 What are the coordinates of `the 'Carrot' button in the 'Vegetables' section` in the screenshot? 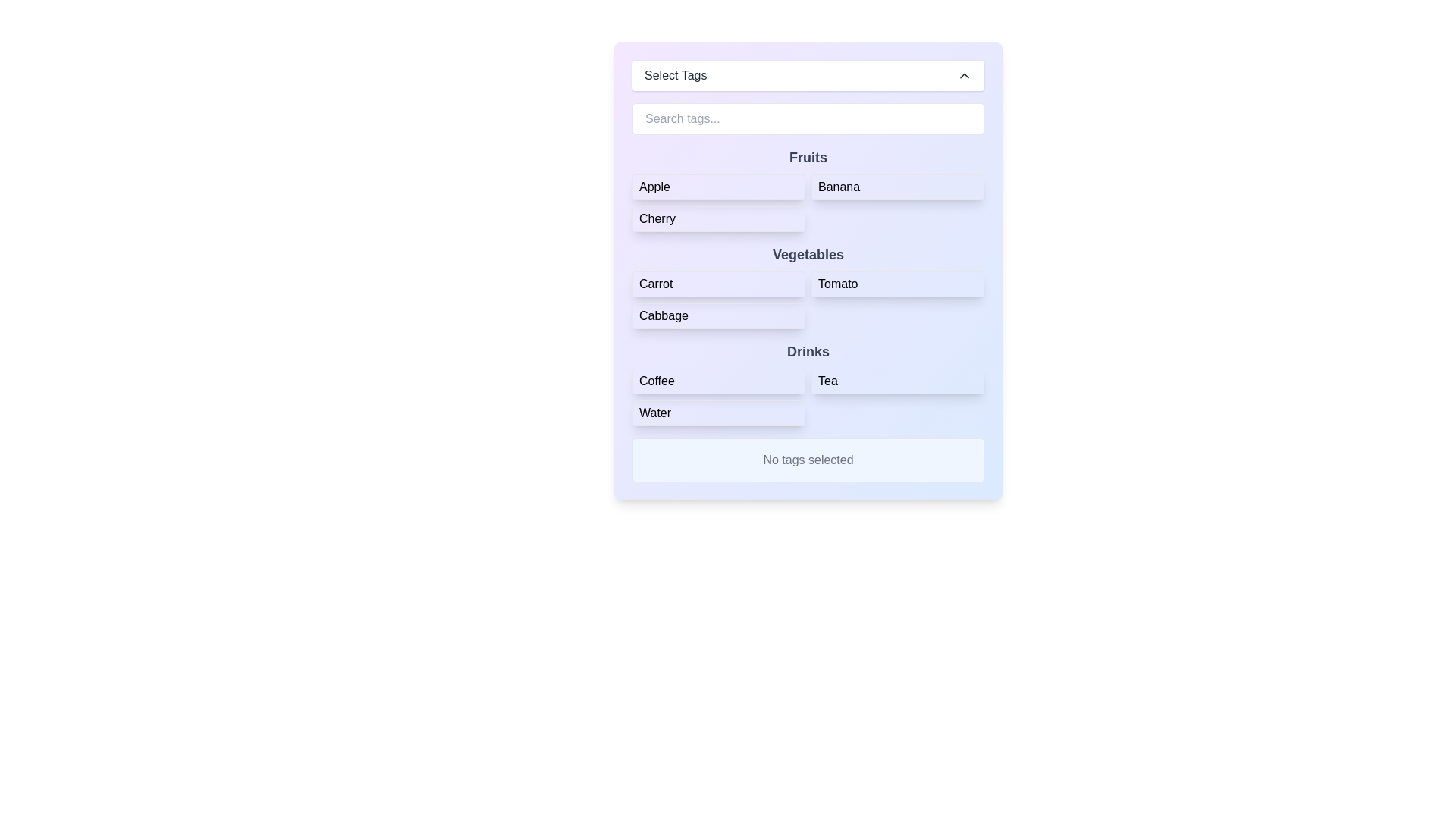 It's located at (718, 284).